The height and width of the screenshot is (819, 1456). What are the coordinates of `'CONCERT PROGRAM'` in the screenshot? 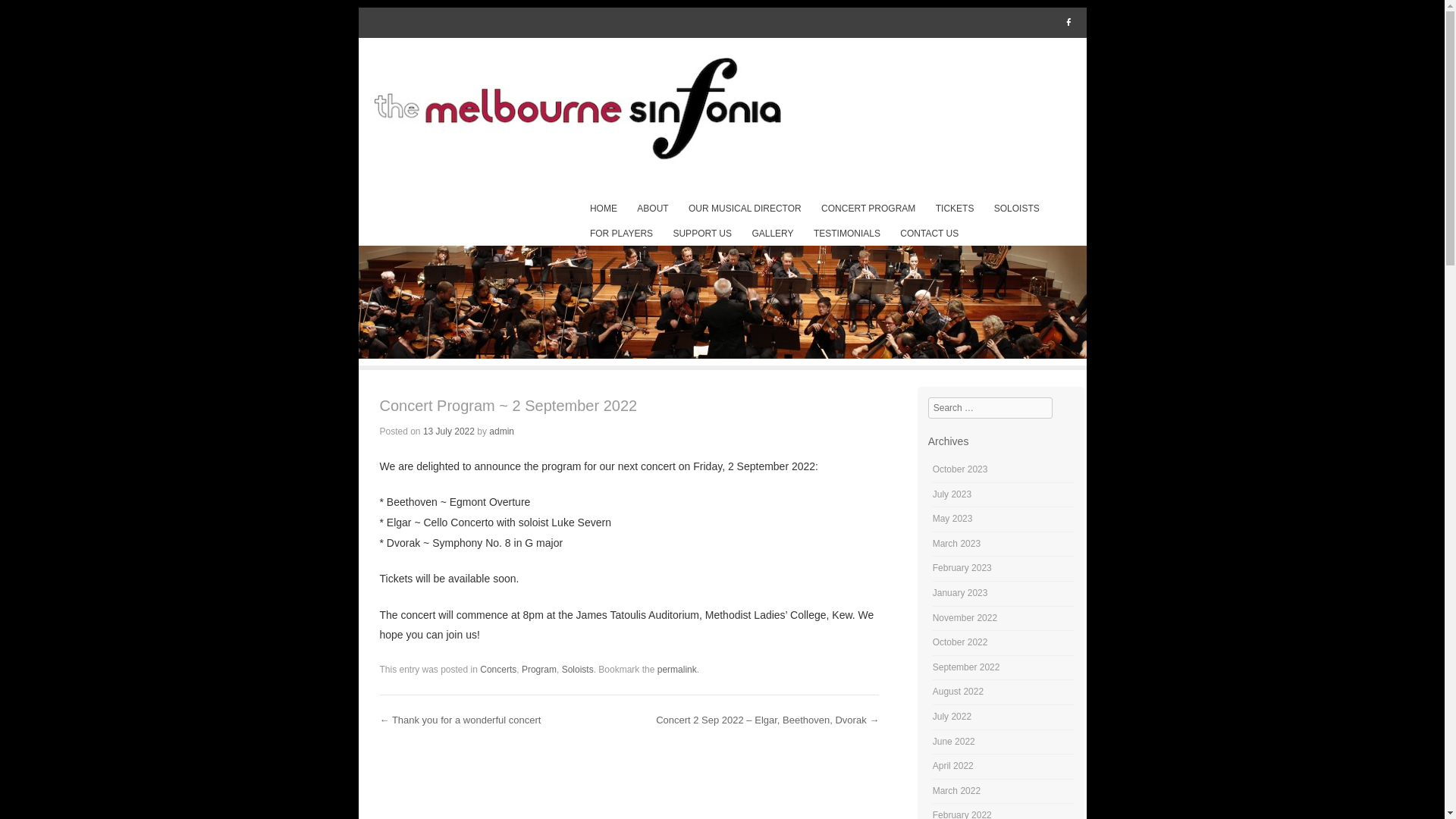 It's located at (868, 209).